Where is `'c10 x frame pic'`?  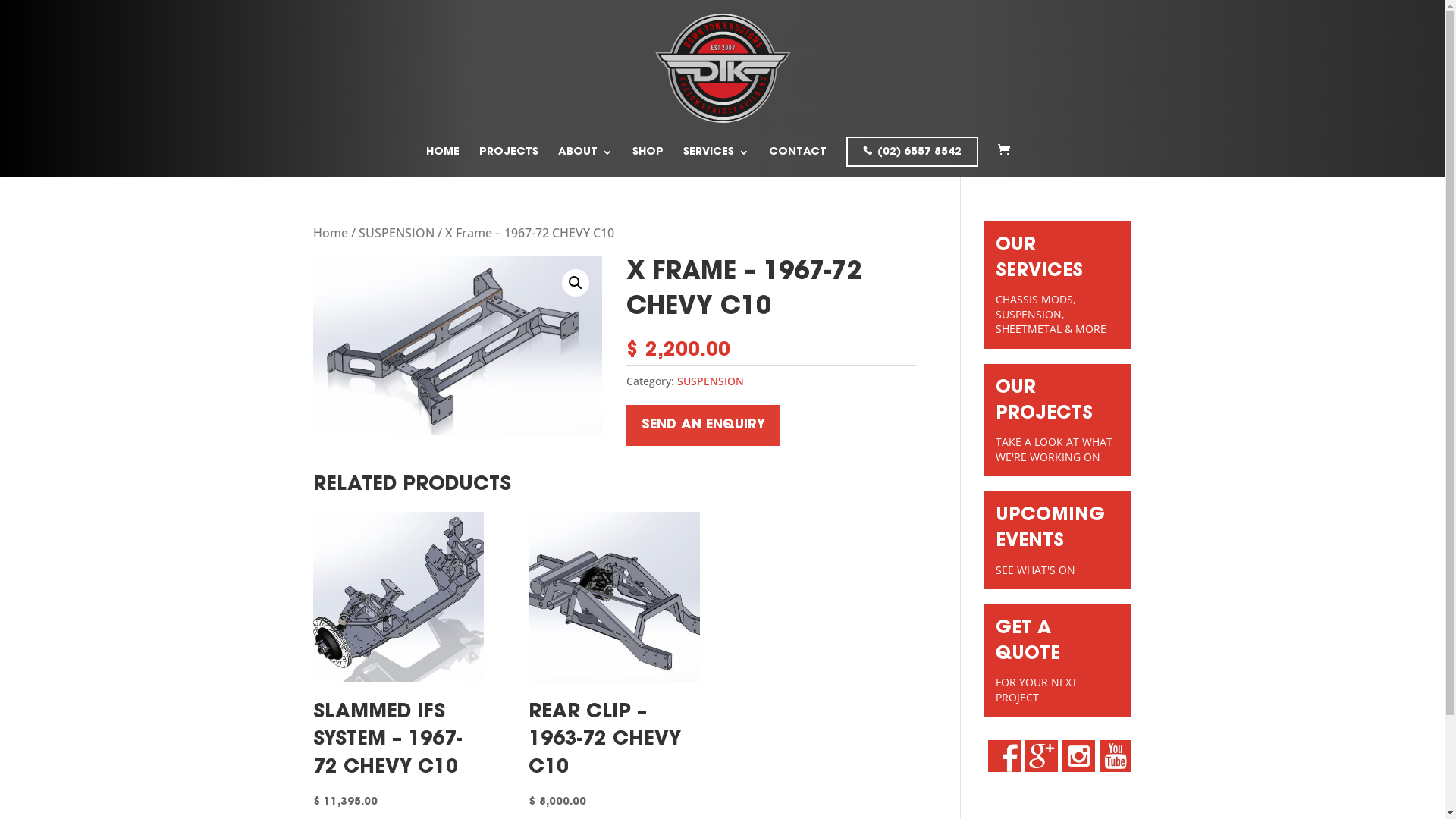 'c10 x frame pic' is located at coordinates (457, 345).